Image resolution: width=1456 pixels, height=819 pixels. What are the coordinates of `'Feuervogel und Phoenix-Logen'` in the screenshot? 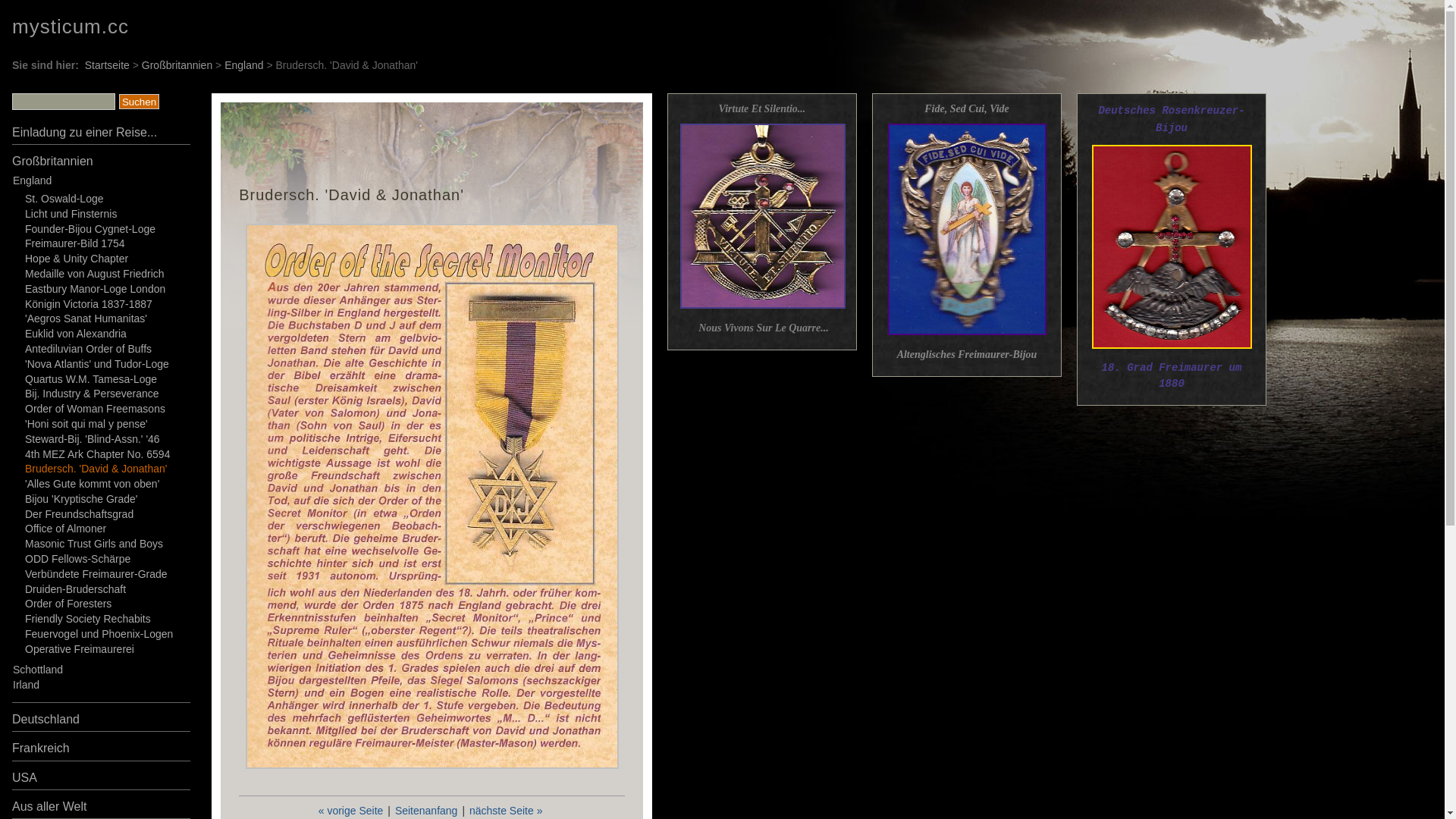 It's located at (25, 634).